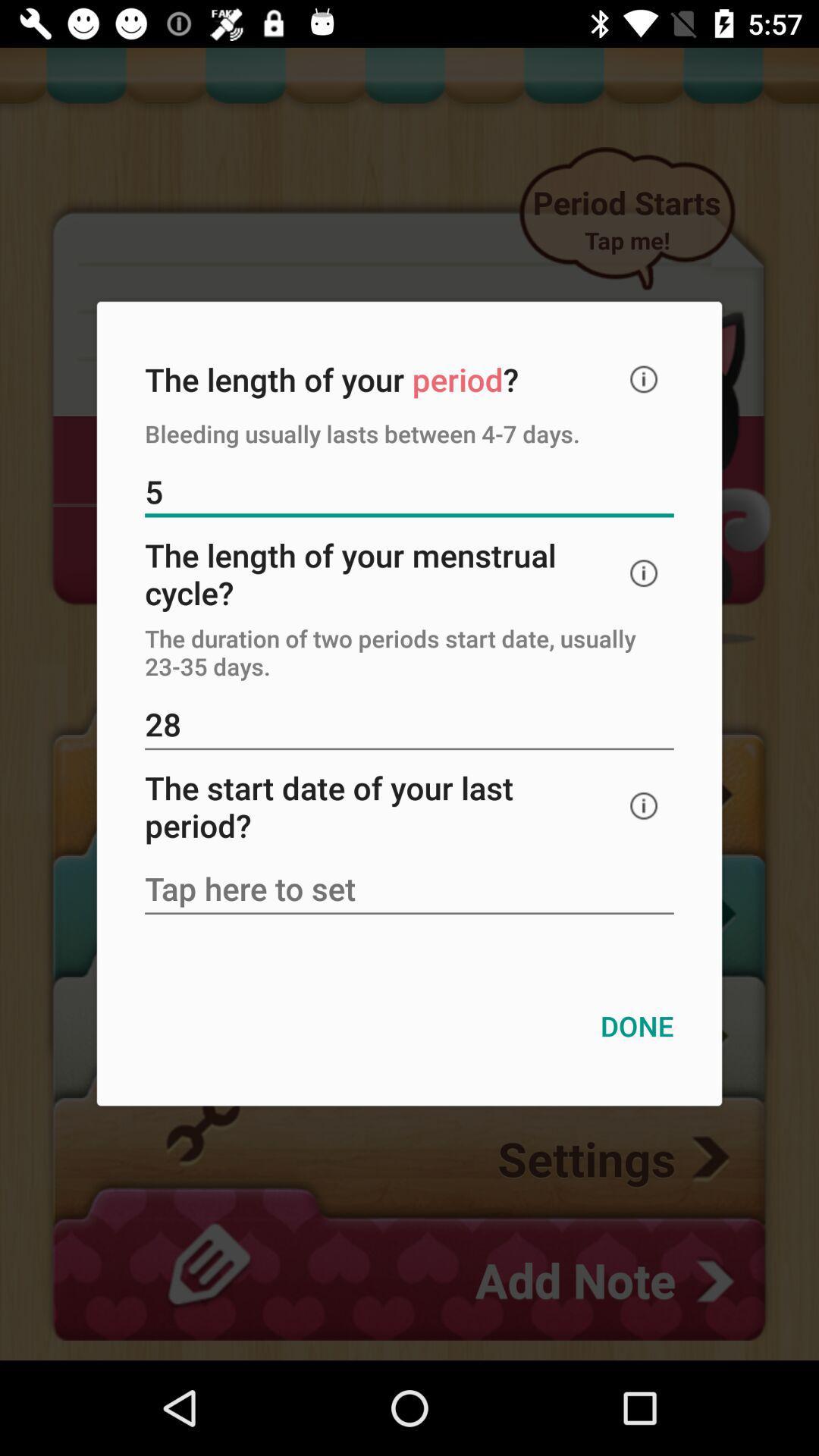 This screenshot has width=819, height=1456. What do you see at coordinates (409, 494) in the screenshot?
I see `the item above the the length of item` at bounding box center [409, 494].